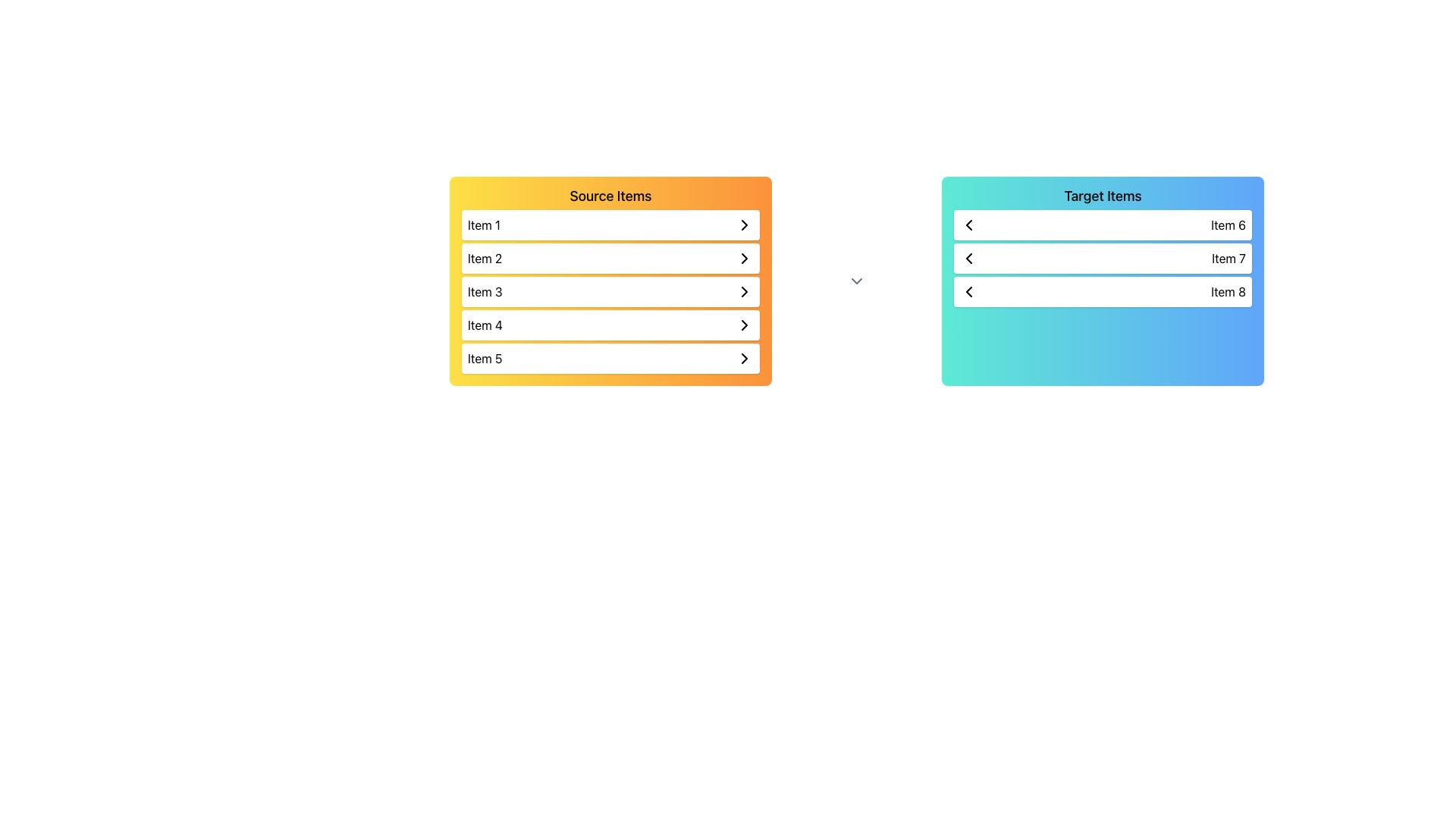 This screenshot has height=819, width=1456. Describe the element at coordinates (610, 225) in the screenshot. I see `the first list item labeled 'Item 1' in the 'Source Items' section` at that location.